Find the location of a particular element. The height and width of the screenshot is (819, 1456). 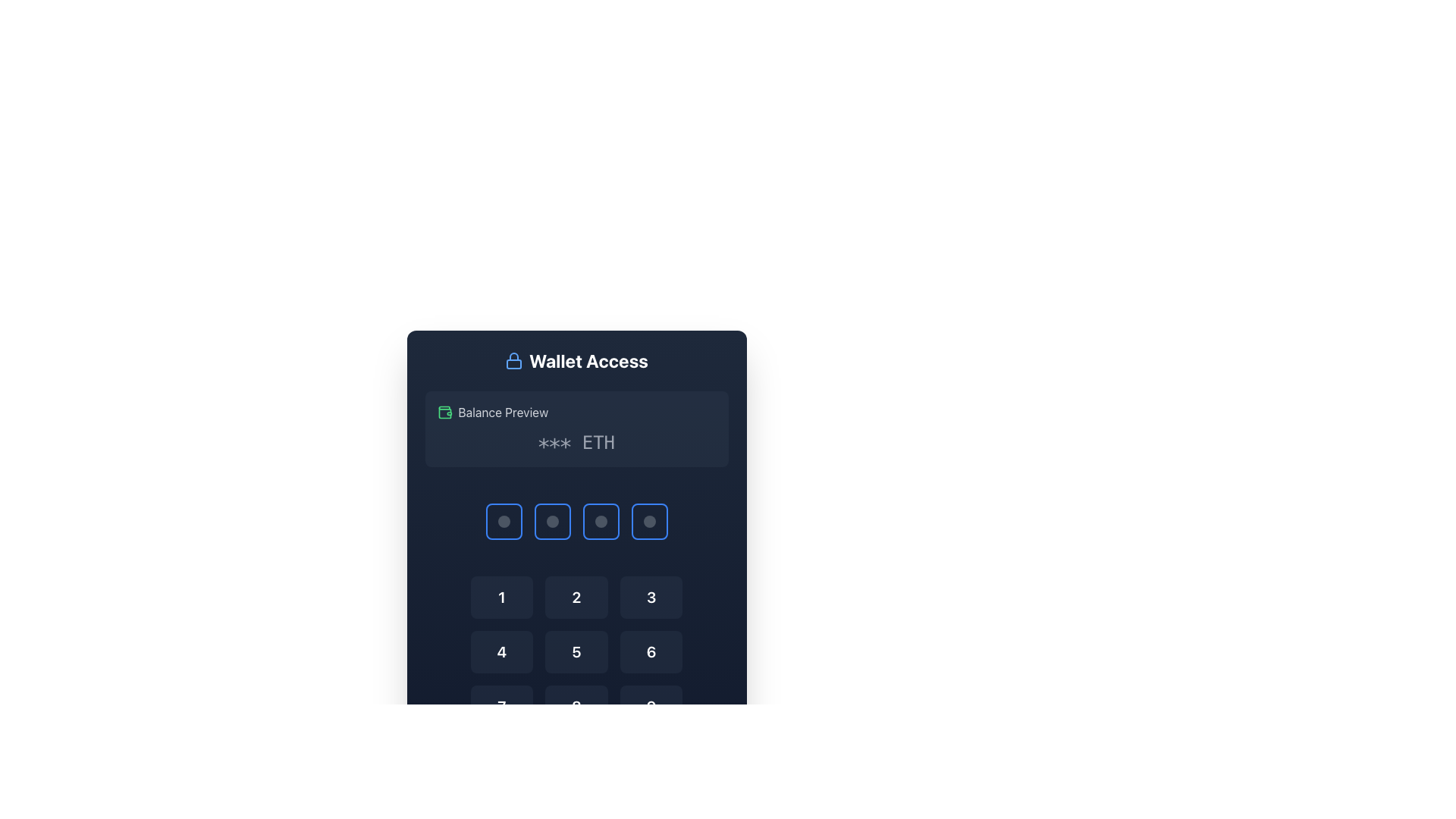

the lock icon indicating security permissions next to 'Wallet Access' for potential tooltip display is located at coordinates (514, 360).